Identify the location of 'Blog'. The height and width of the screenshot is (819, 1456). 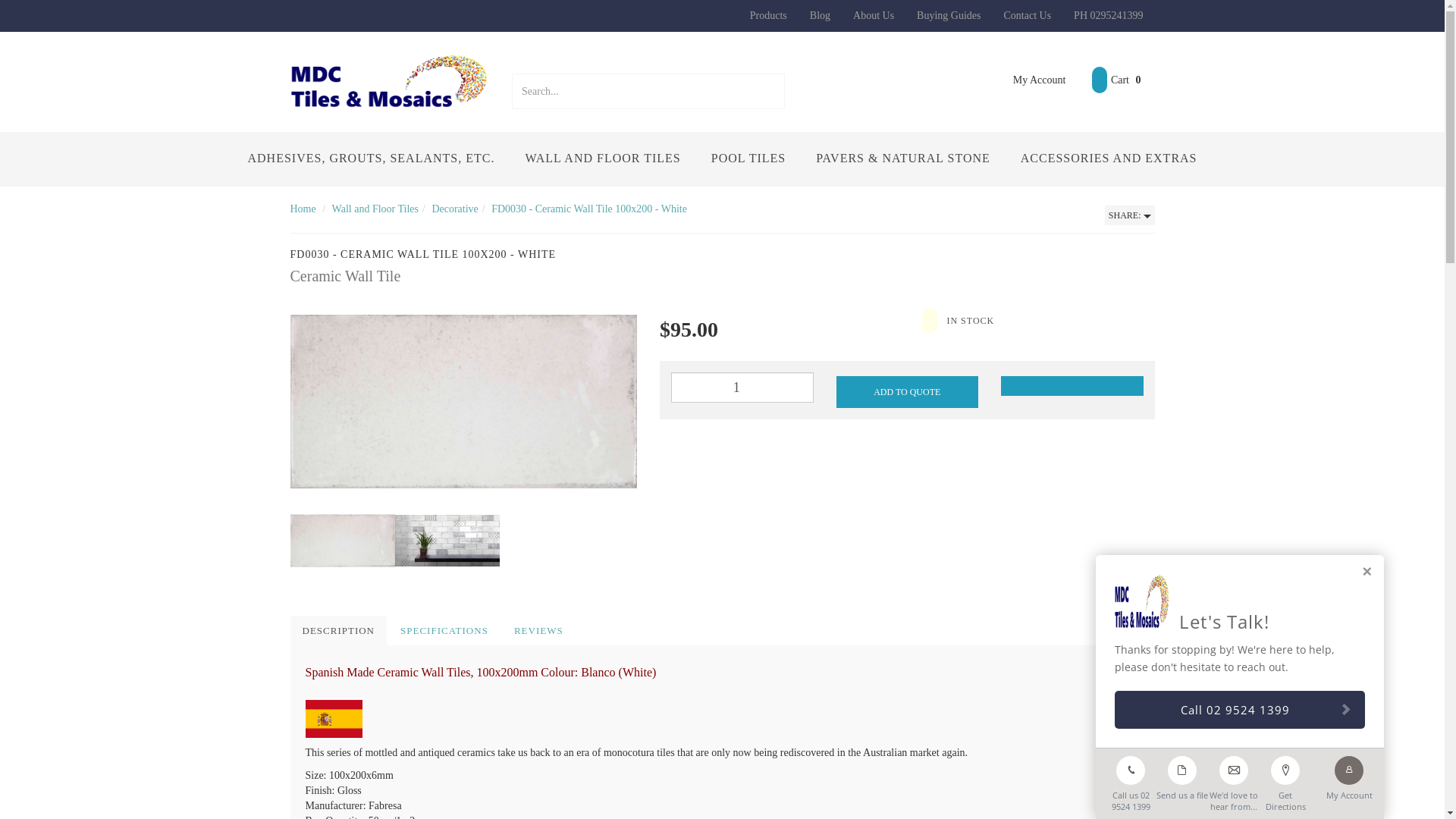
(819, 15).